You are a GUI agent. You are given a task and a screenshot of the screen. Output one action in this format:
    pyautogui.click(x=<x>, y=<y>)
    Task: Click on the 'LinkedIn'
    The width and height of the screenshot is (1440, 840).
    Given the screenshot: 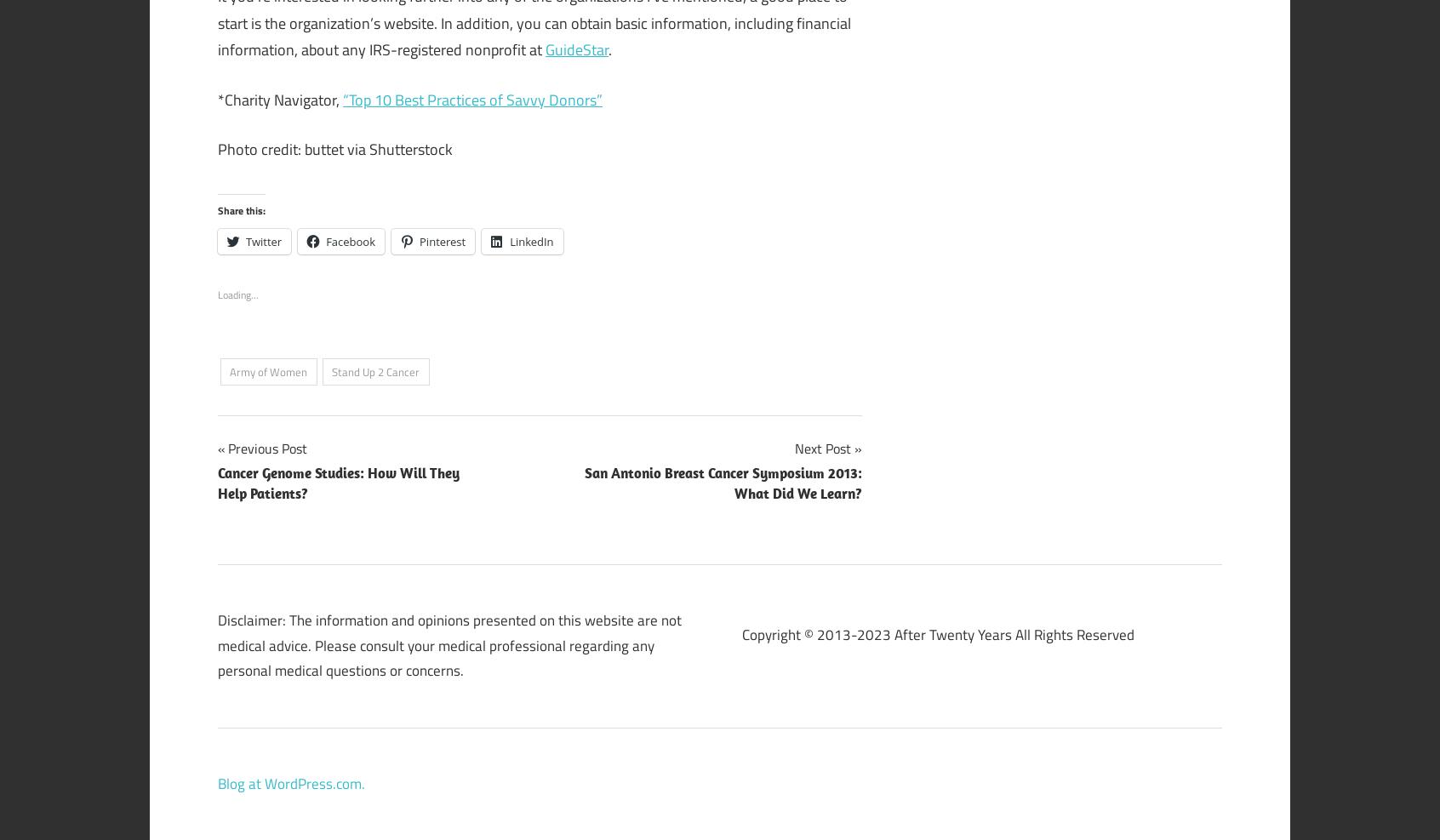 What is the action you would take?
    pyautogui.click(x=530, y=240)
    